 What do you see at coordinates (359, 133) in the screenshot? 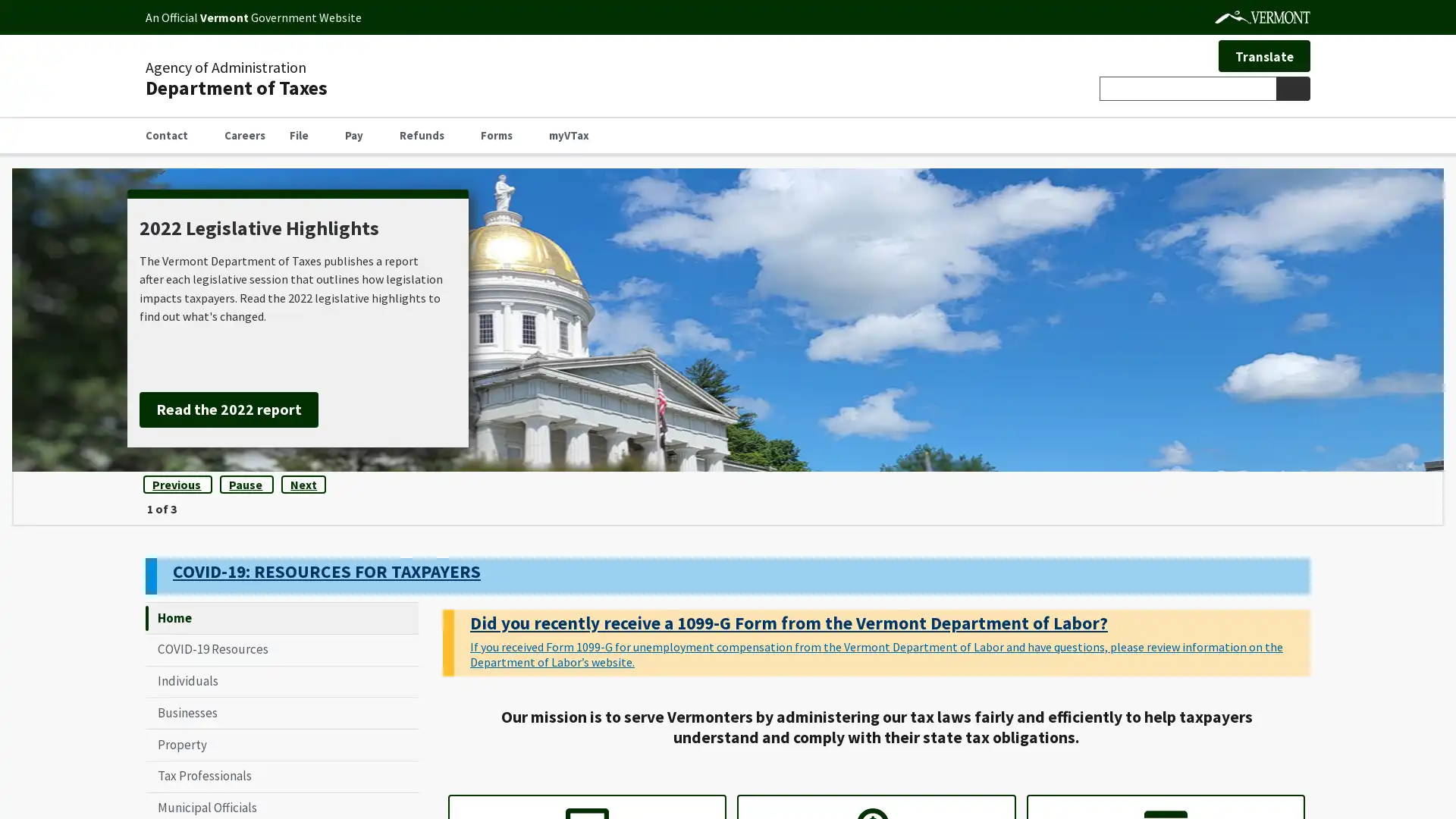
I see `Pay` at bounding box center [359, 133].